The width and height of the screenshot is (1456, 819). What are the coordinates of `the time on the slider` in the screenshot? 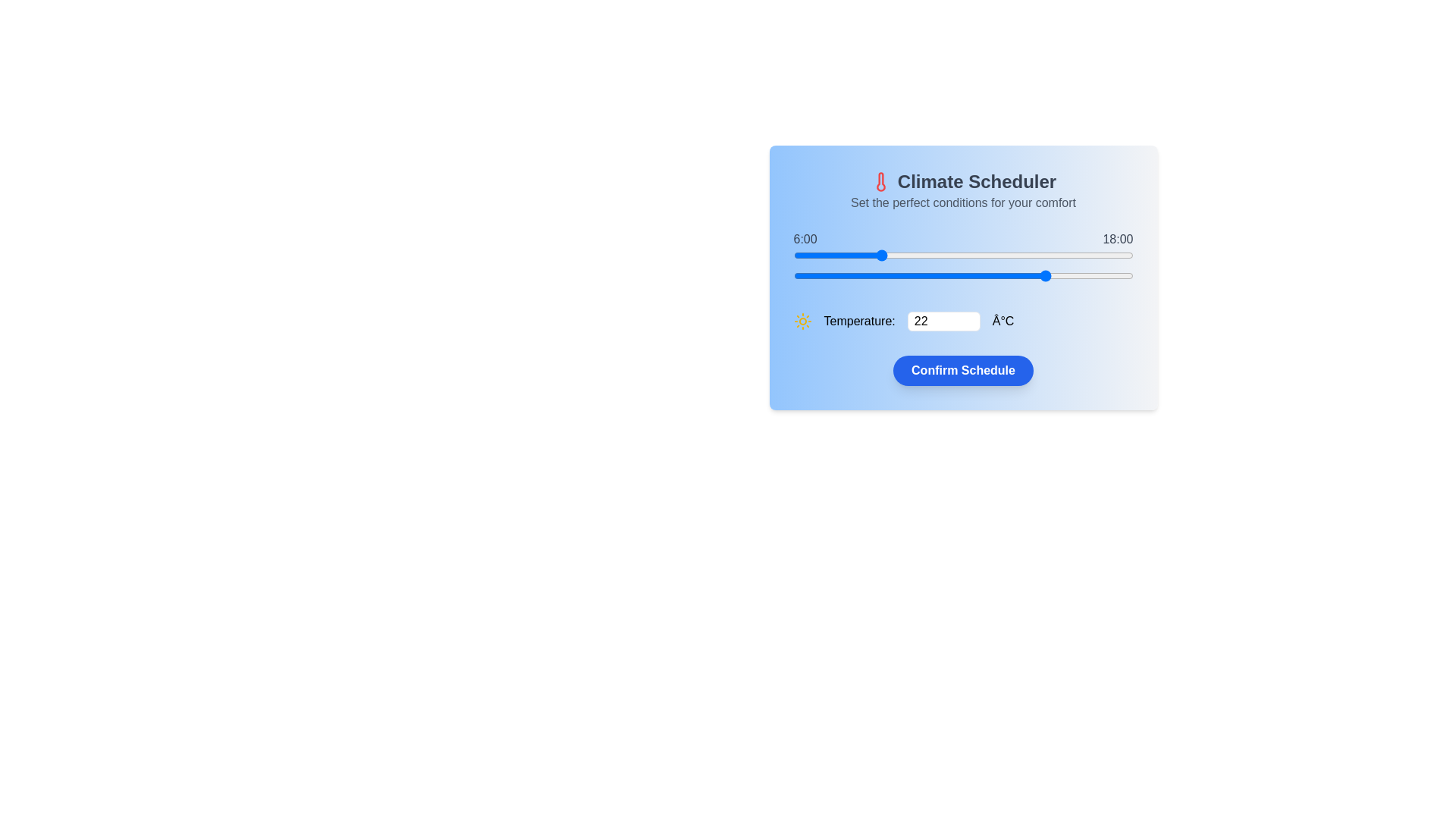 It's located at (1047, 254).